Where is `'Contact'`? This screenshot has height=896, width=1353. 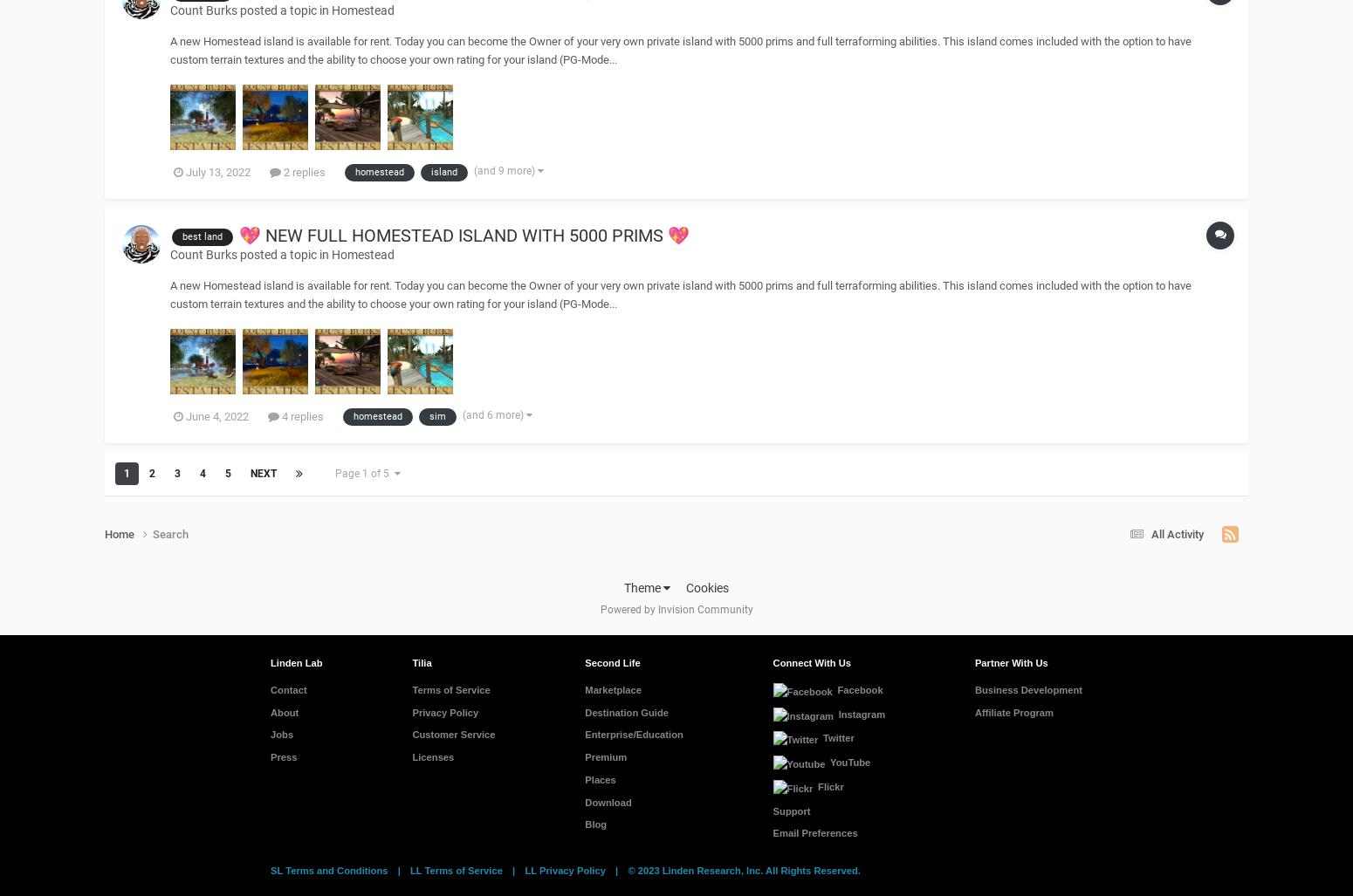 'Contact' is located at coordinates (287, 687).